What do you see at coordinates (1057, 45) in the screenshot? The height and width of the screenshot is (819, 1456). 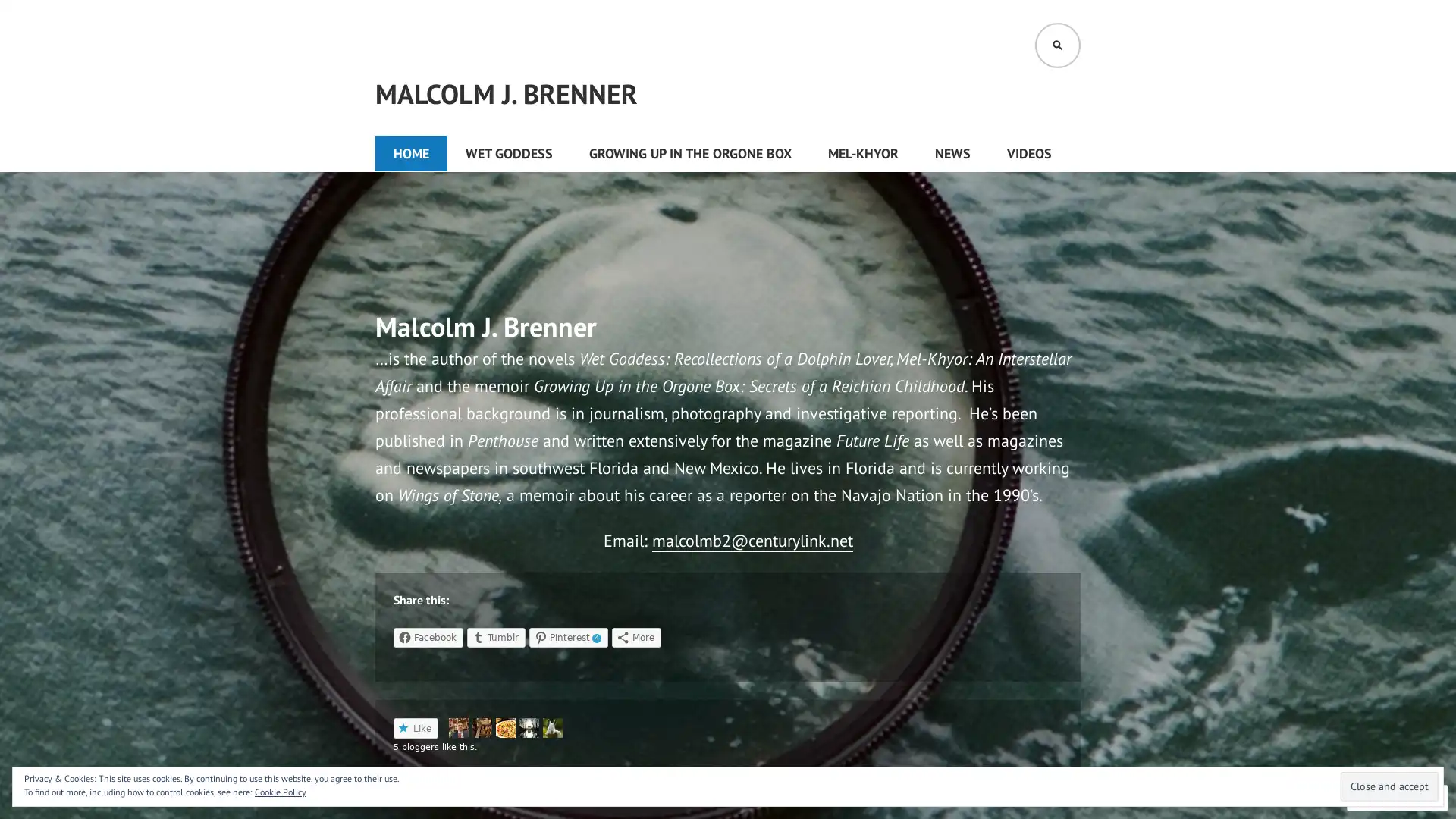 I see `SEARCH` at bounding box center [1057, 45].